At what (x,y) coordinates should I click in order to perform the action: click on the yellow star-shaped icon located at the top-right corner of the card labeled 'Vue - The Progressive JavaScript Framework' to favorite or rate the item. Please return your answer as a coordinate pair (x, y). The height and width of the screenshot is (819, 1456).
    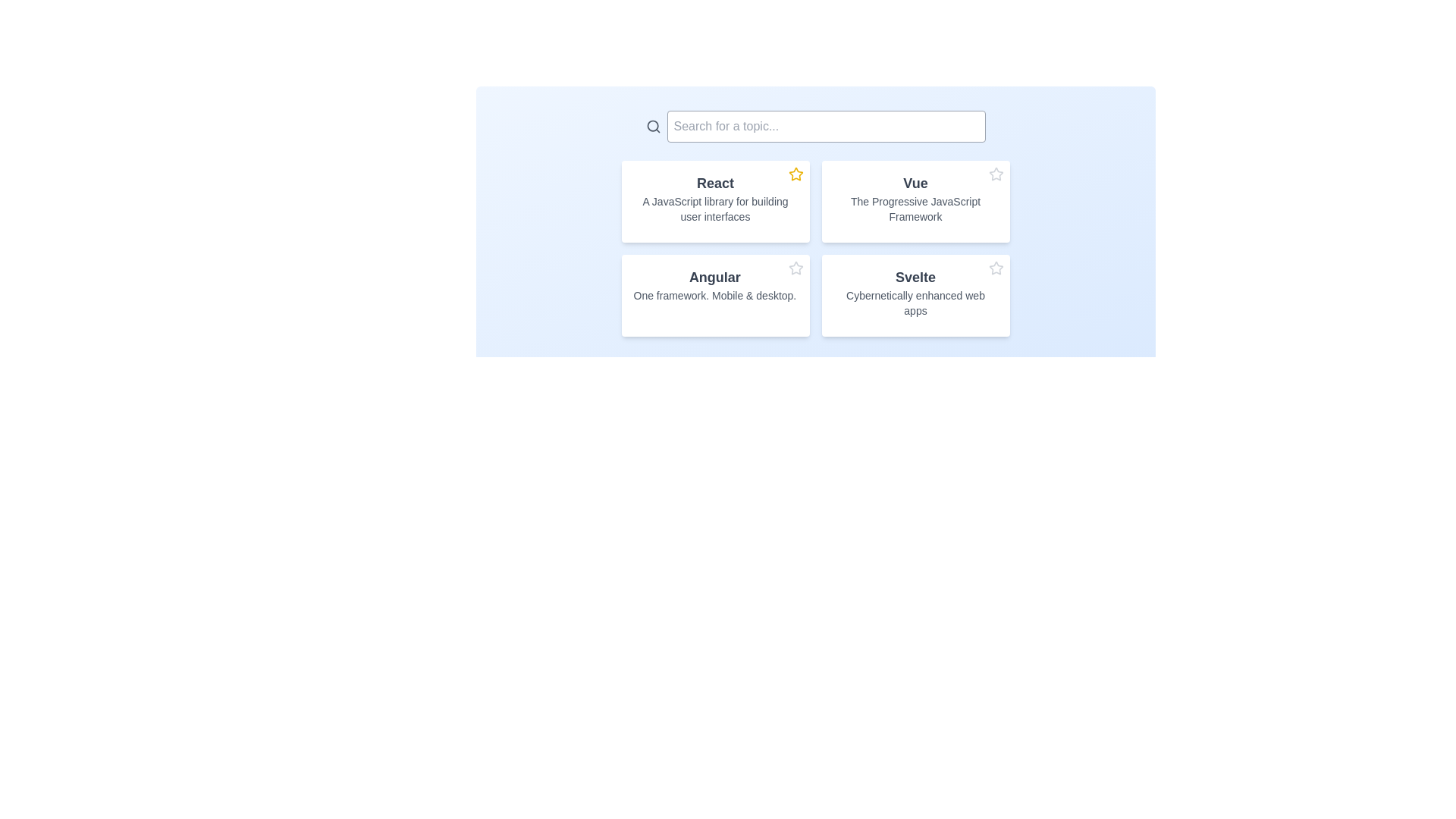
    Looking at the image, I should click on (996, 174).